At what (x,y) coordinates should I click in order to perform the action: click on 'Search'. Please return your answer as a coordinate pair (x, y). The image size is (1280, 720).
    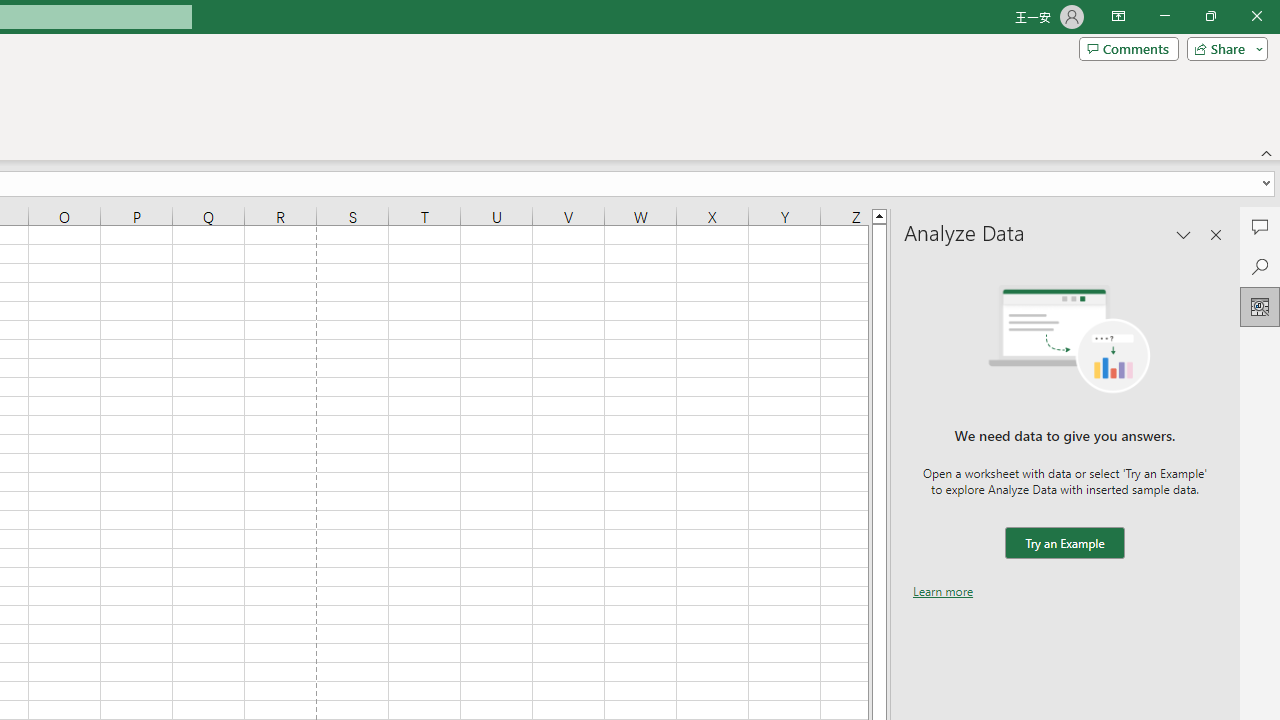
    Looking at the image, I should click on (1259, 266).